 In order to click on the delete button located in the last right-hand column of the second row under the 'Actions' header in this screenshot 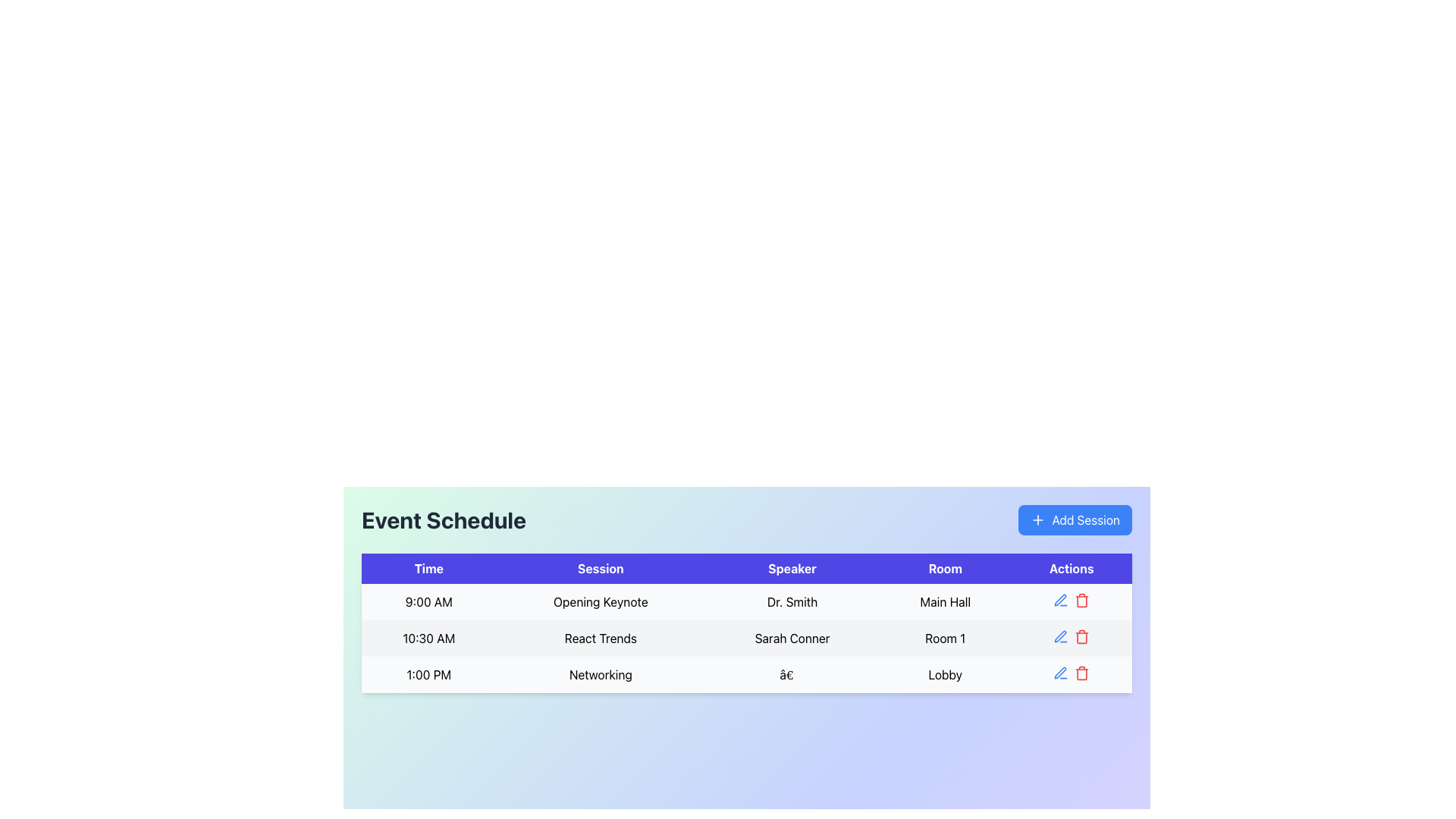, I will do `click(1081, 637)`.